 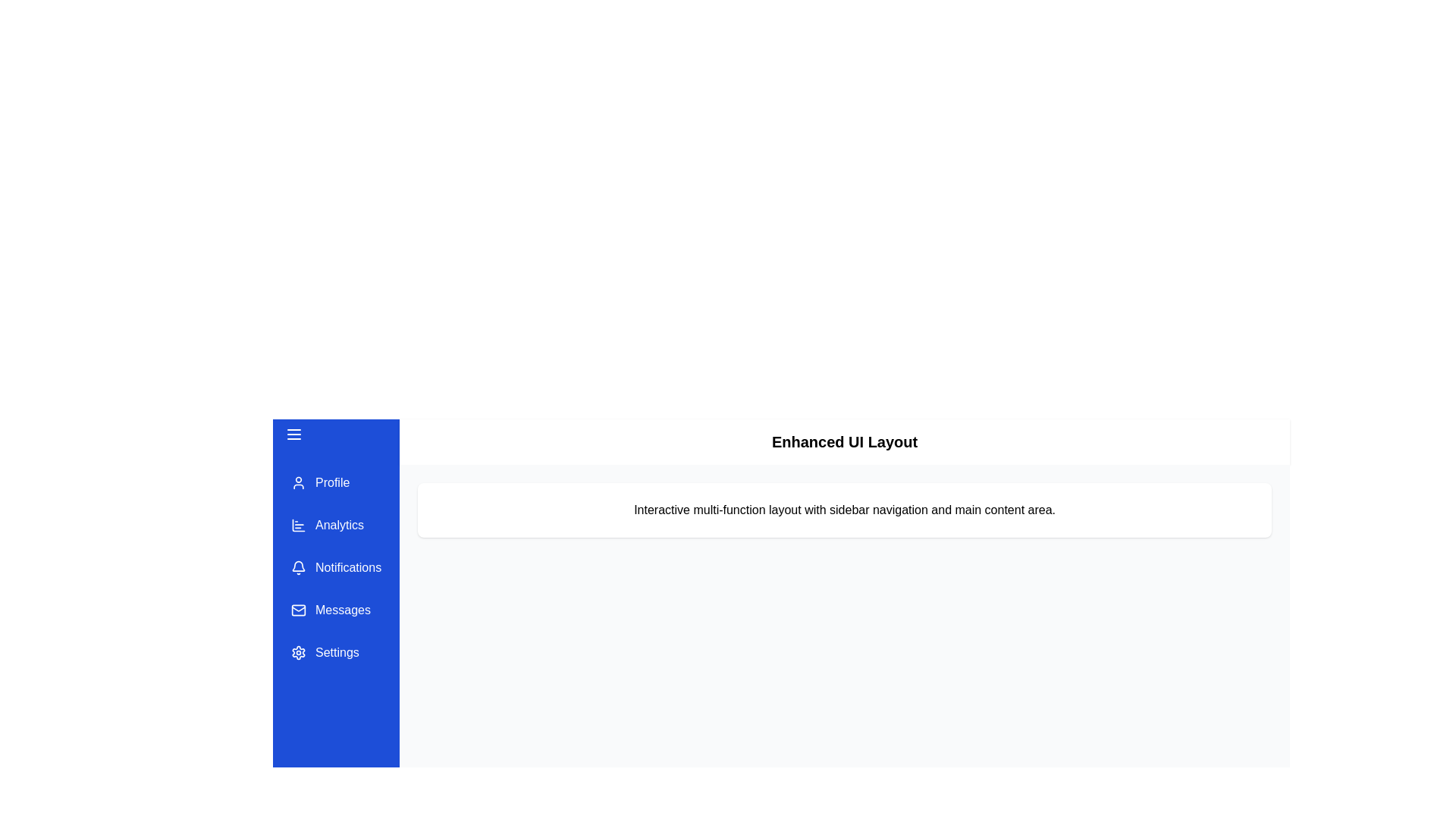 I want to click on the 'Messages' text label located in the sidebar menu, so click(x=342, y=610).